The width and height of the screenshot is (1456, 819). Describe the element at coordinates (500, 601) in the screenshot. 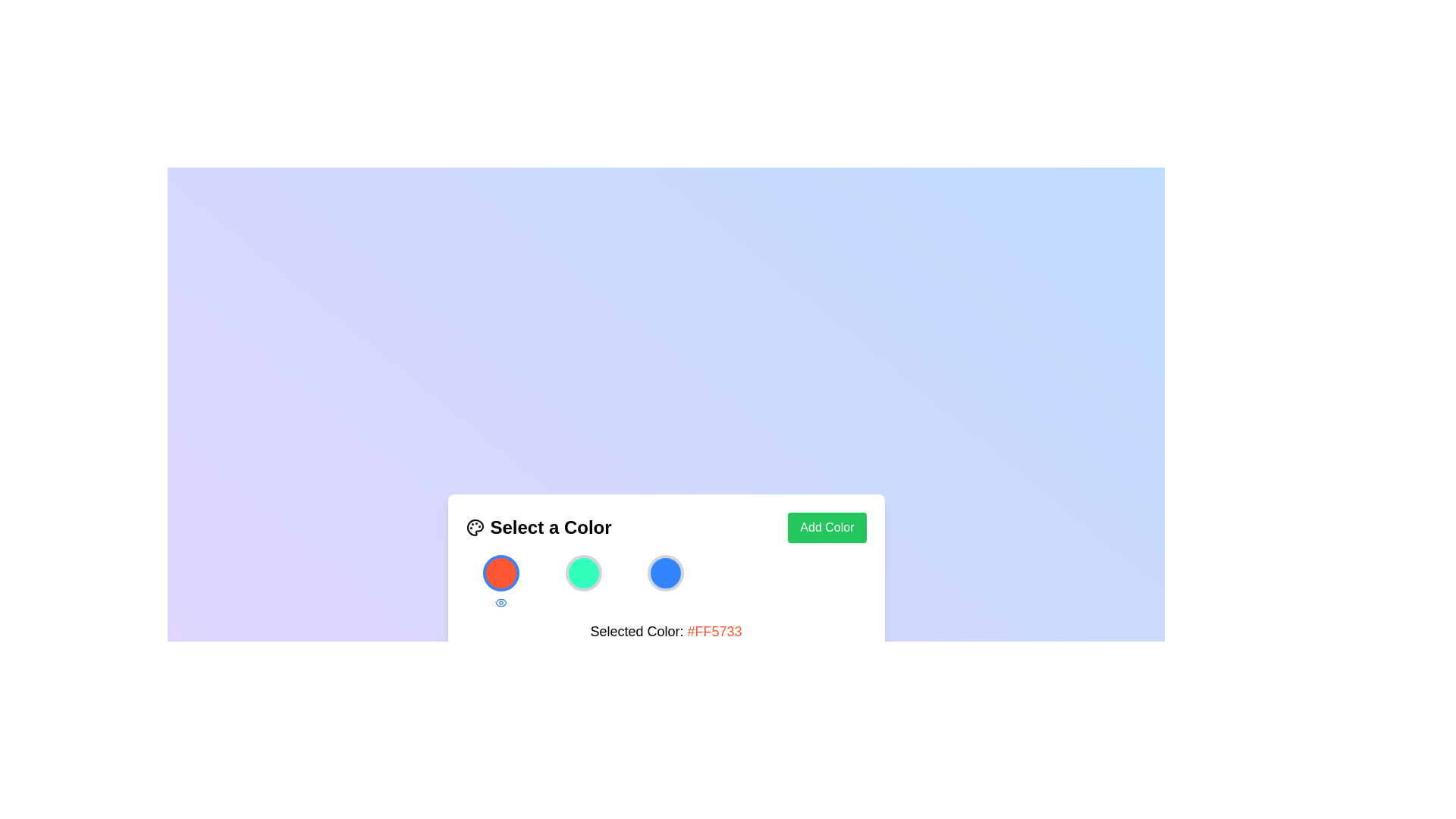

I see `the eye-shaped icon with a blue outline located beneath the circular color button in the interface` at that location.